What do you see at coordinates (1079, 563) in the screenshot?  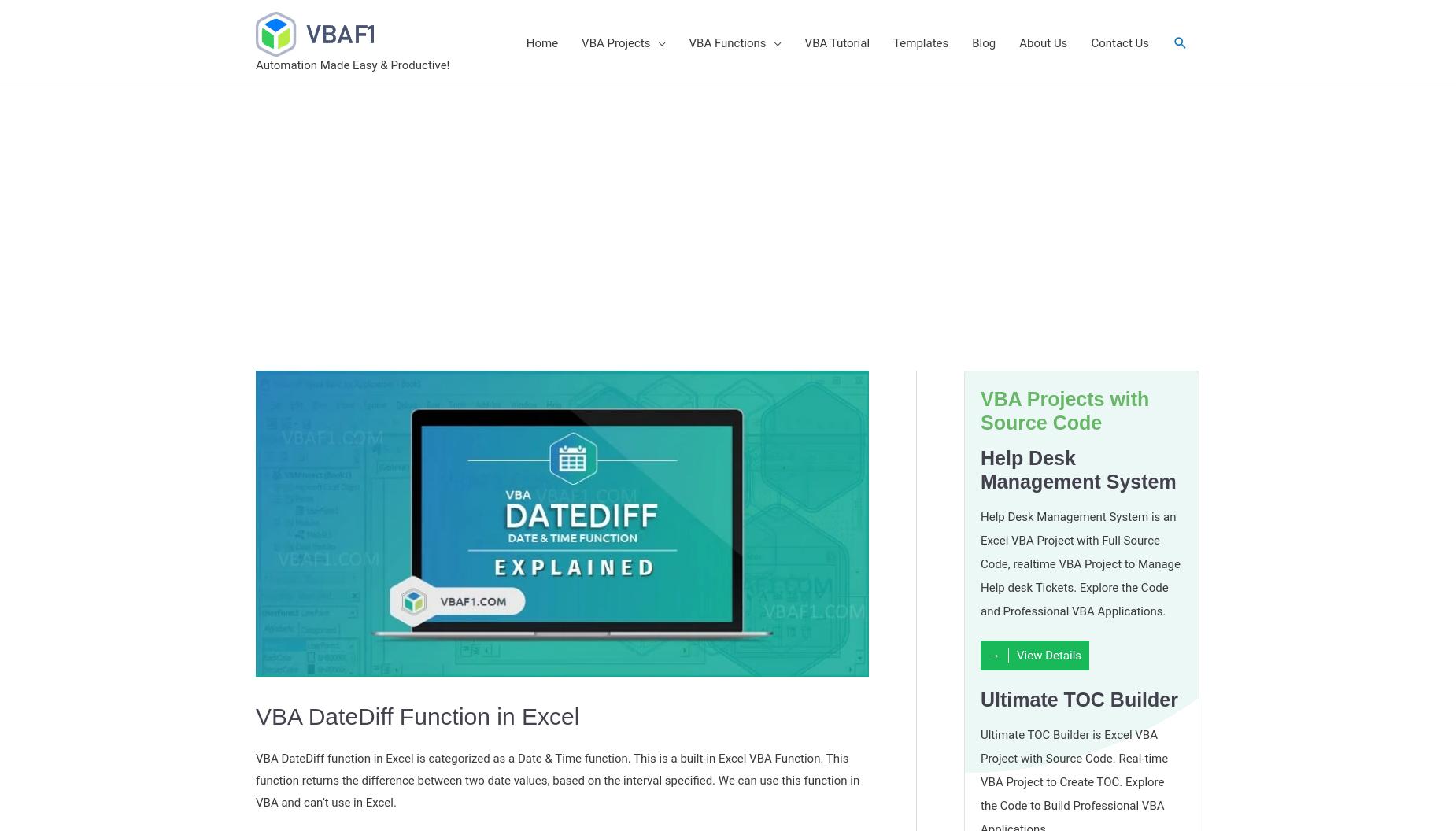 I see `'Help Desk Management System is an Excel VBA Project with Full Source Code, realtime VBA Project to Manage Help desk Tickets. Explore the Code and Professional VBA Applications.'` at bounding box center [1079, 563].